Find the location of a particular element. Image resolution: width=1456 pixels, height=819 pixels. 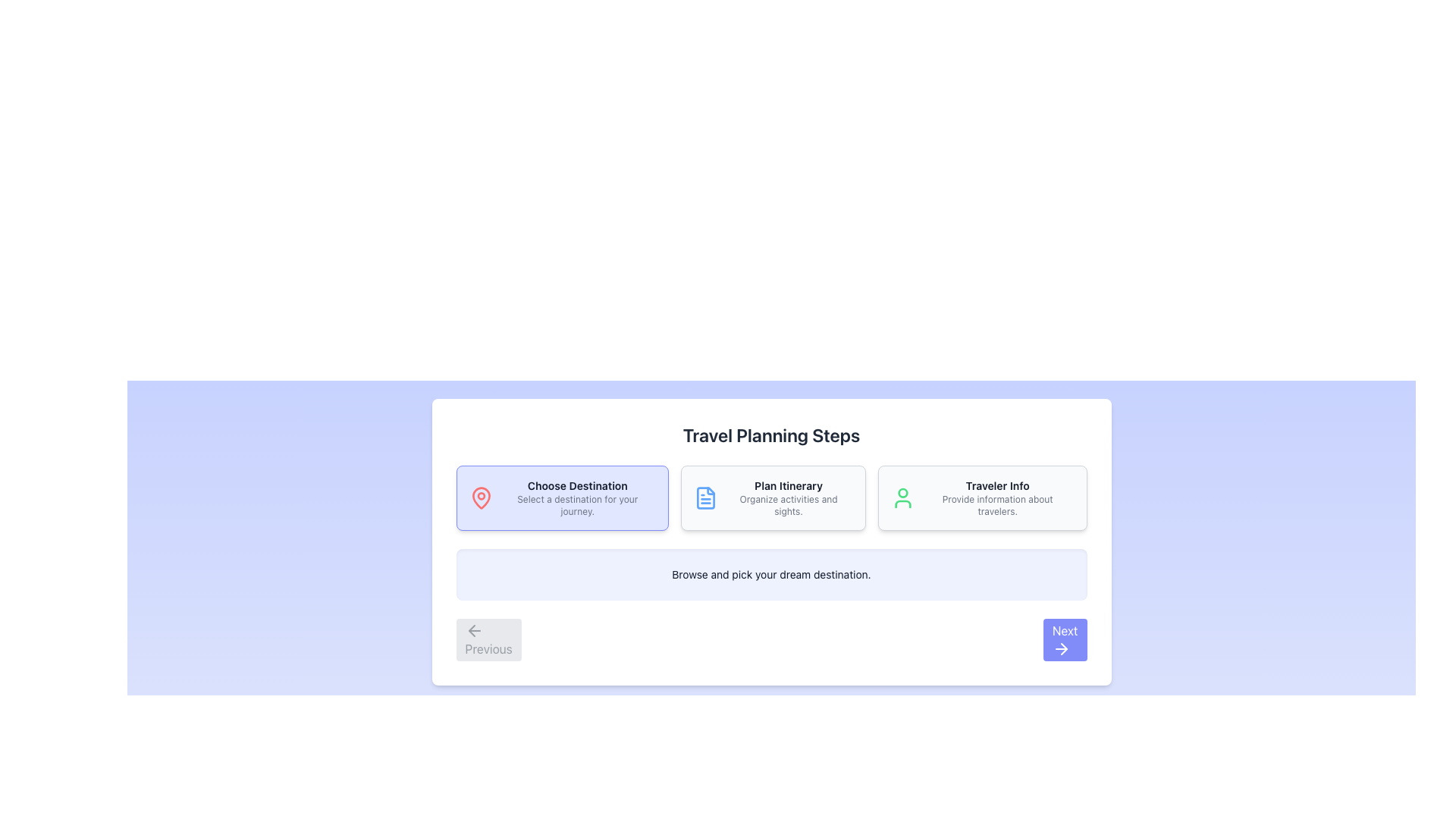

the blue-detailed document icon within the 'Plan Itinerary' card, which is the leftmost icon in a set of three is located at coordinates (705, 497).